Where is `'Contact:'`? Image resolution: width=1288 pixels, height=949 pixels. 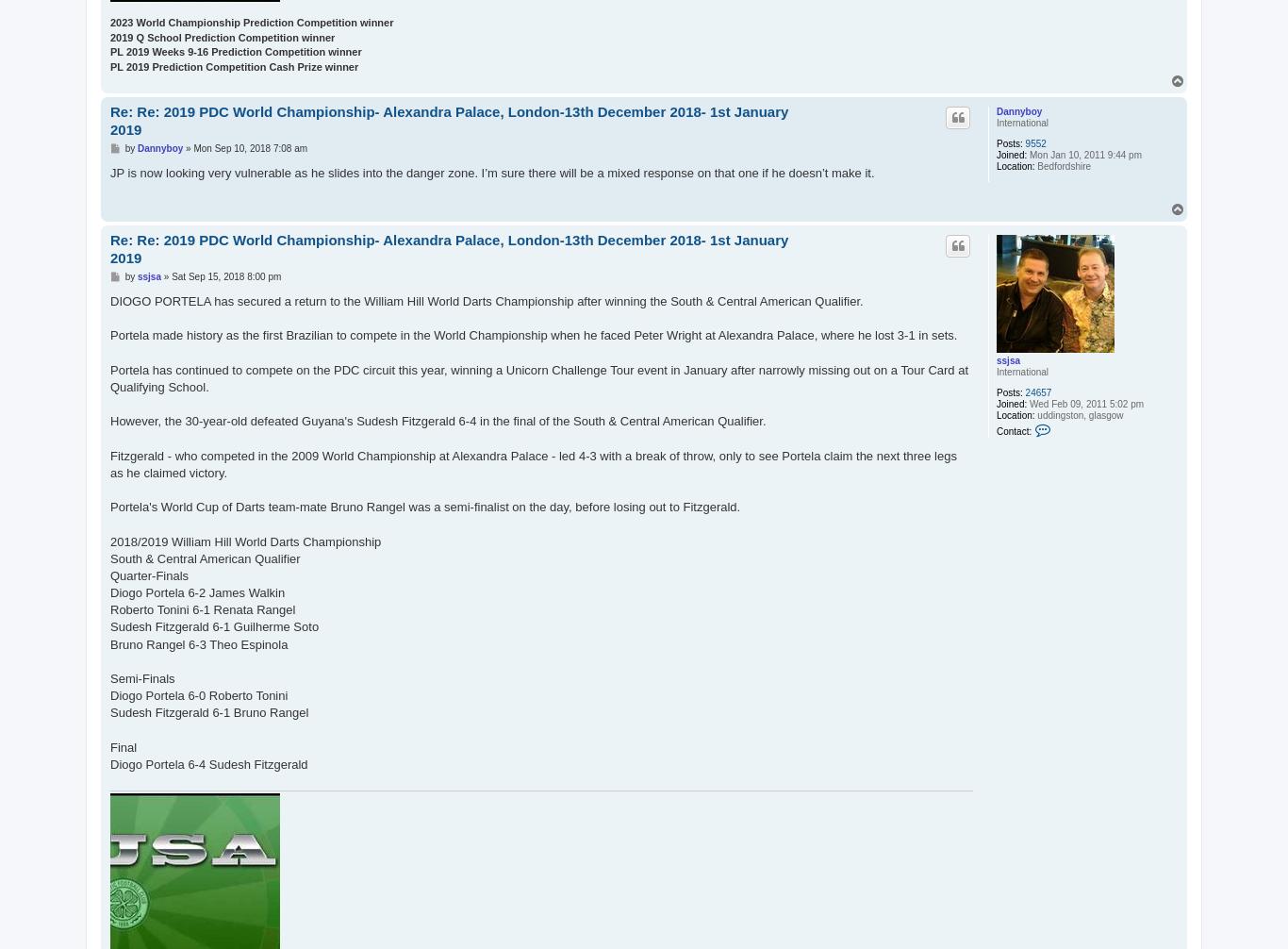
'Contact:' is located at coordinates (1013, 429).